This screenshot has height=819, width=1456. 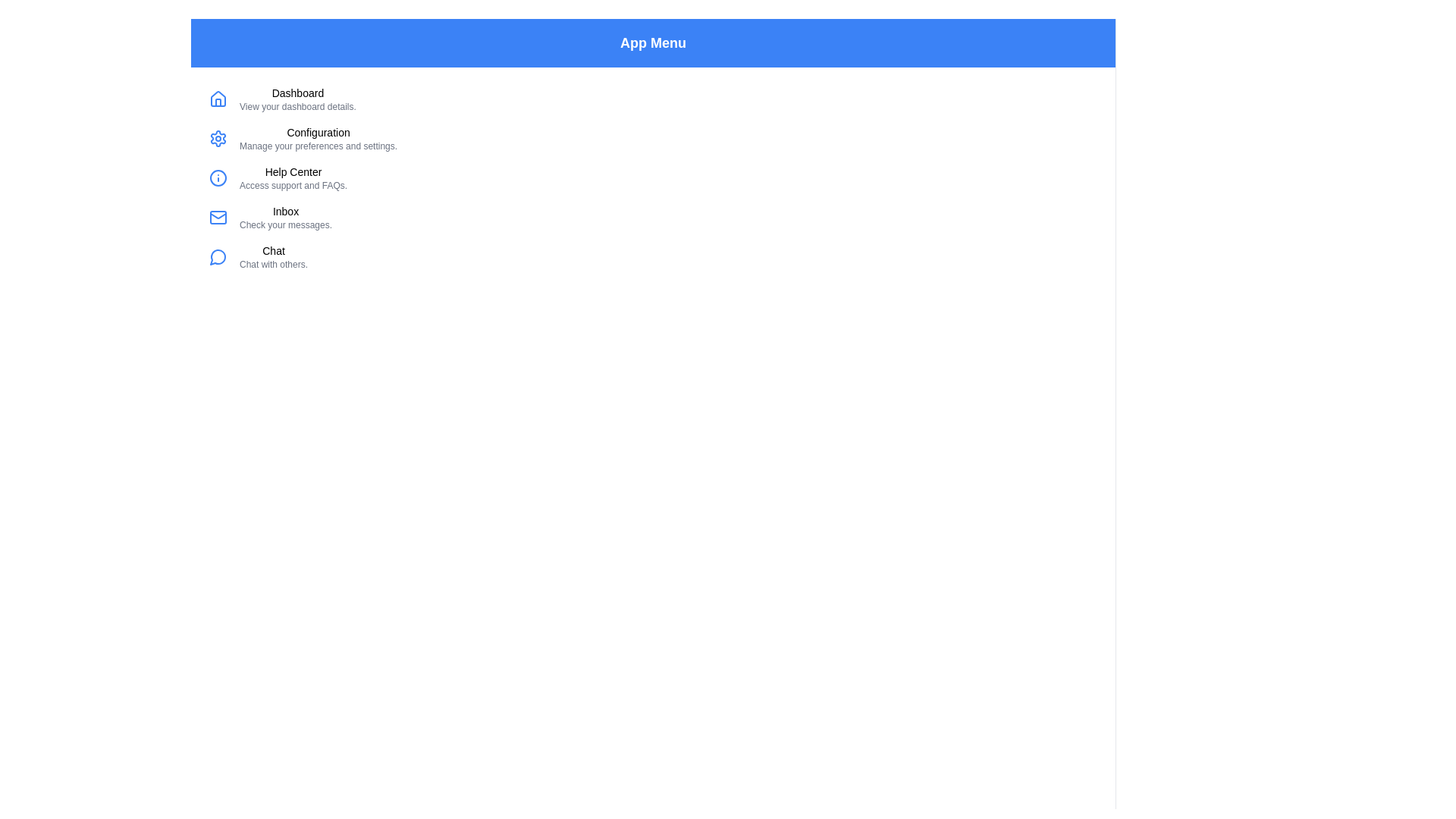 What do you see at coordinates (218, 177) in the screenshot?
I see `the SVG Icon (information symbol) associated with the 'Help Center' menu entry, which serves as a visual indicator for accessing help or support resources` at bounding box center [218, 177].